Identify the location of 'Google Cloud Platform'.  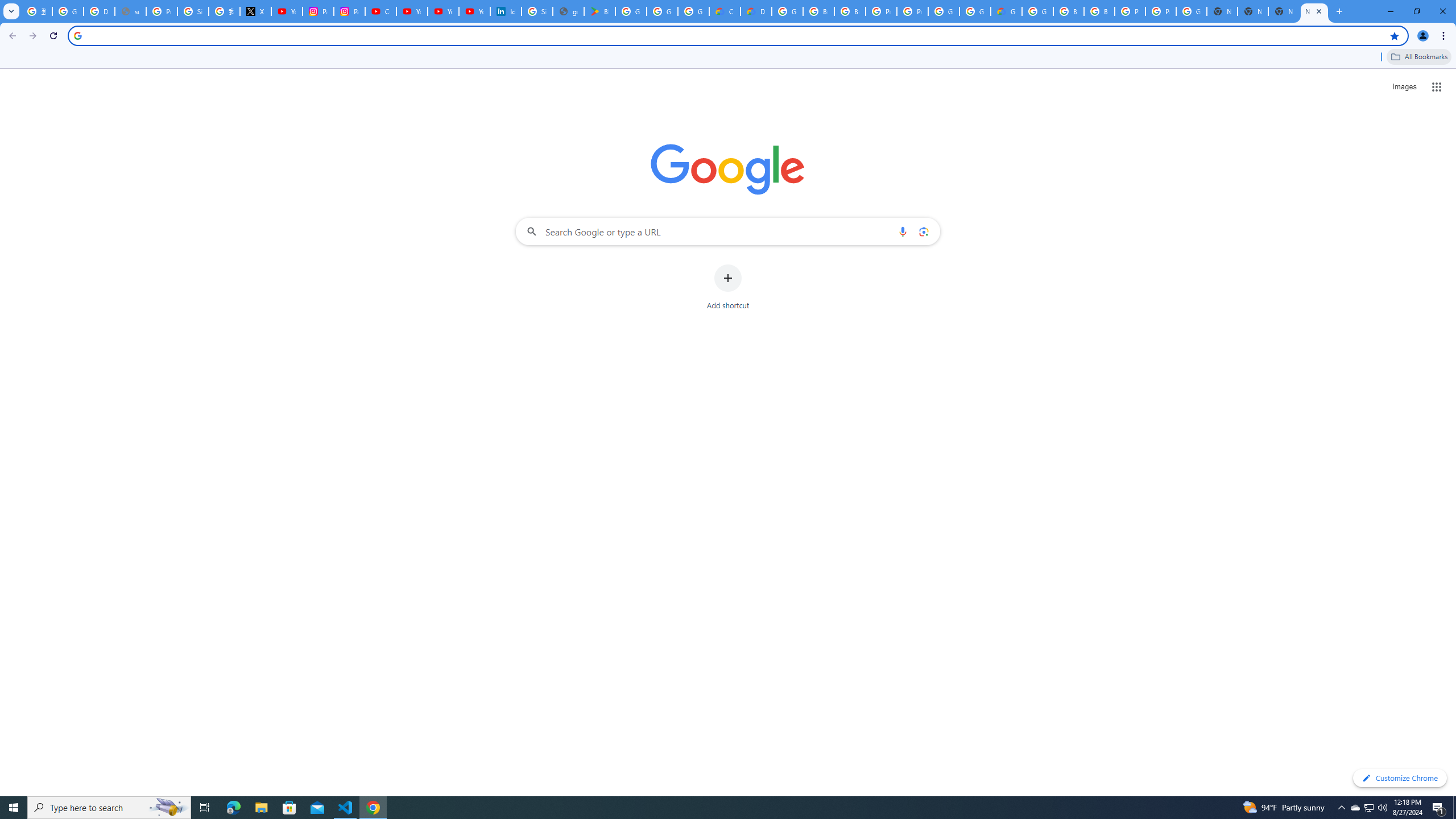
(943, 11).